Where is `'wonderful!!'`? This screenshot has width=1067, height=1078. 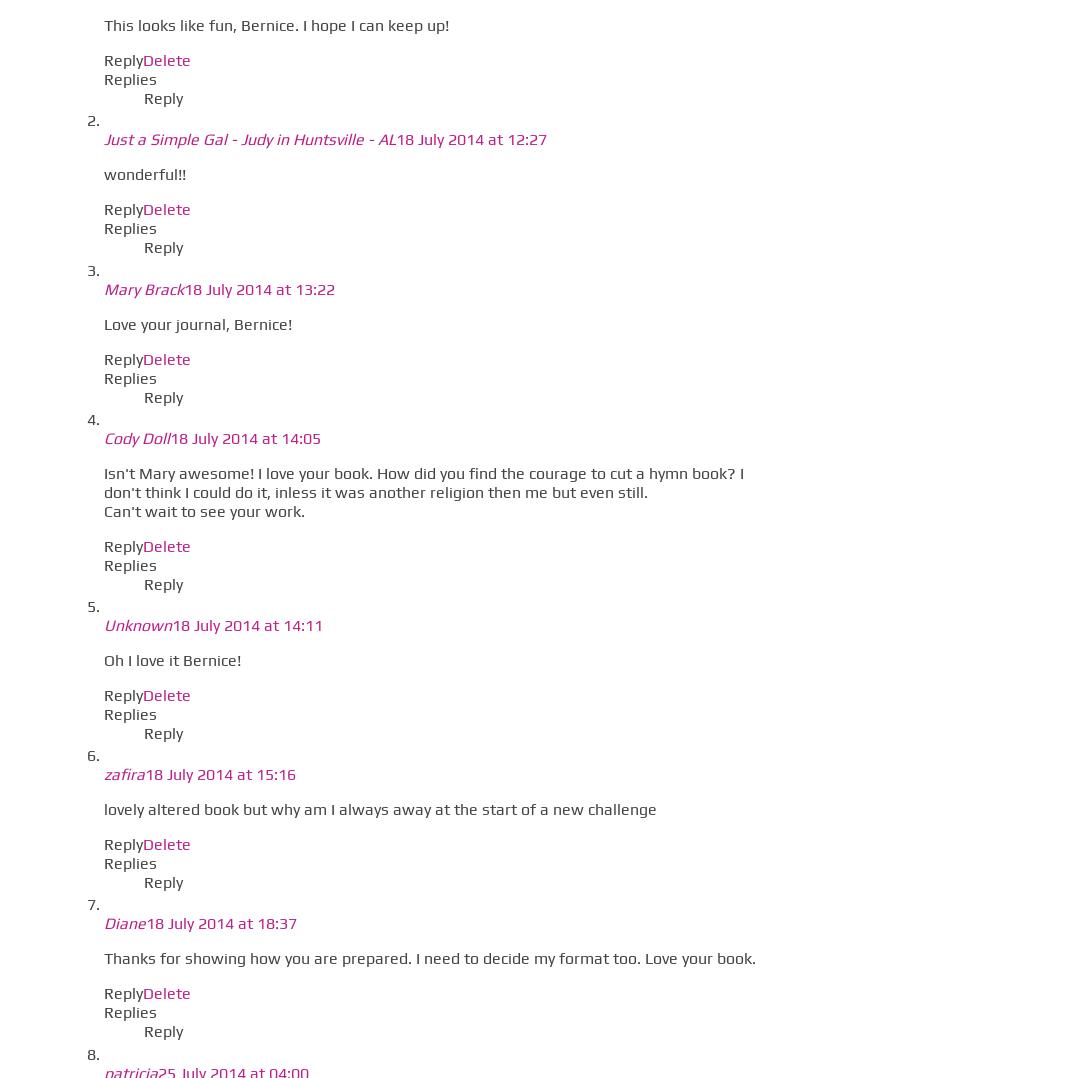 'wonderful!!' is located at coordinates (103, 173).